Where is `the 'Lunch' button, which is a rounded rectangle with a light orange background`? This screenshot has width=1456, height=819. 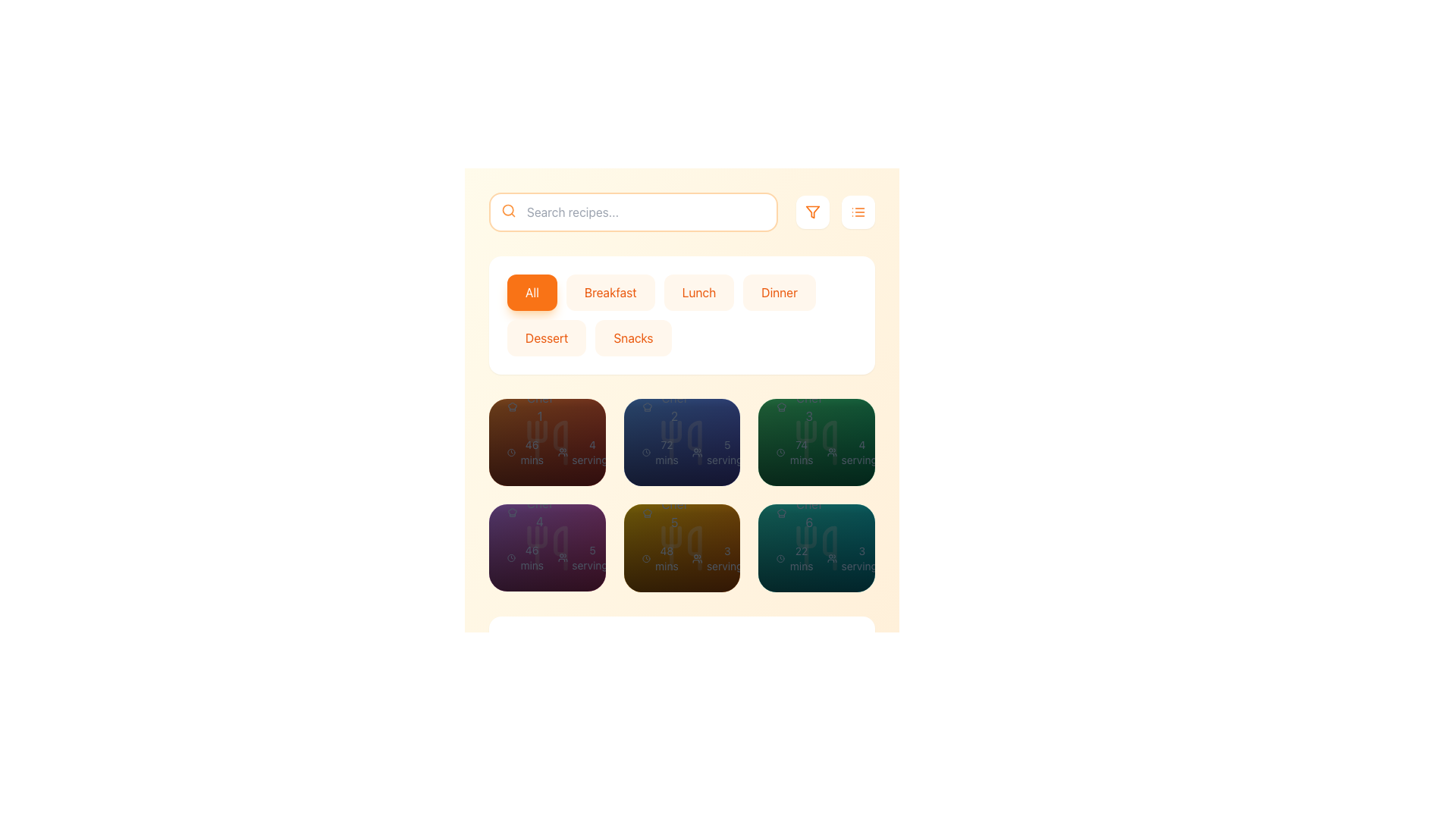 the 'Lunch' button, which is a rounded rectangle with a light orange background is located at coordinates (698, 292).